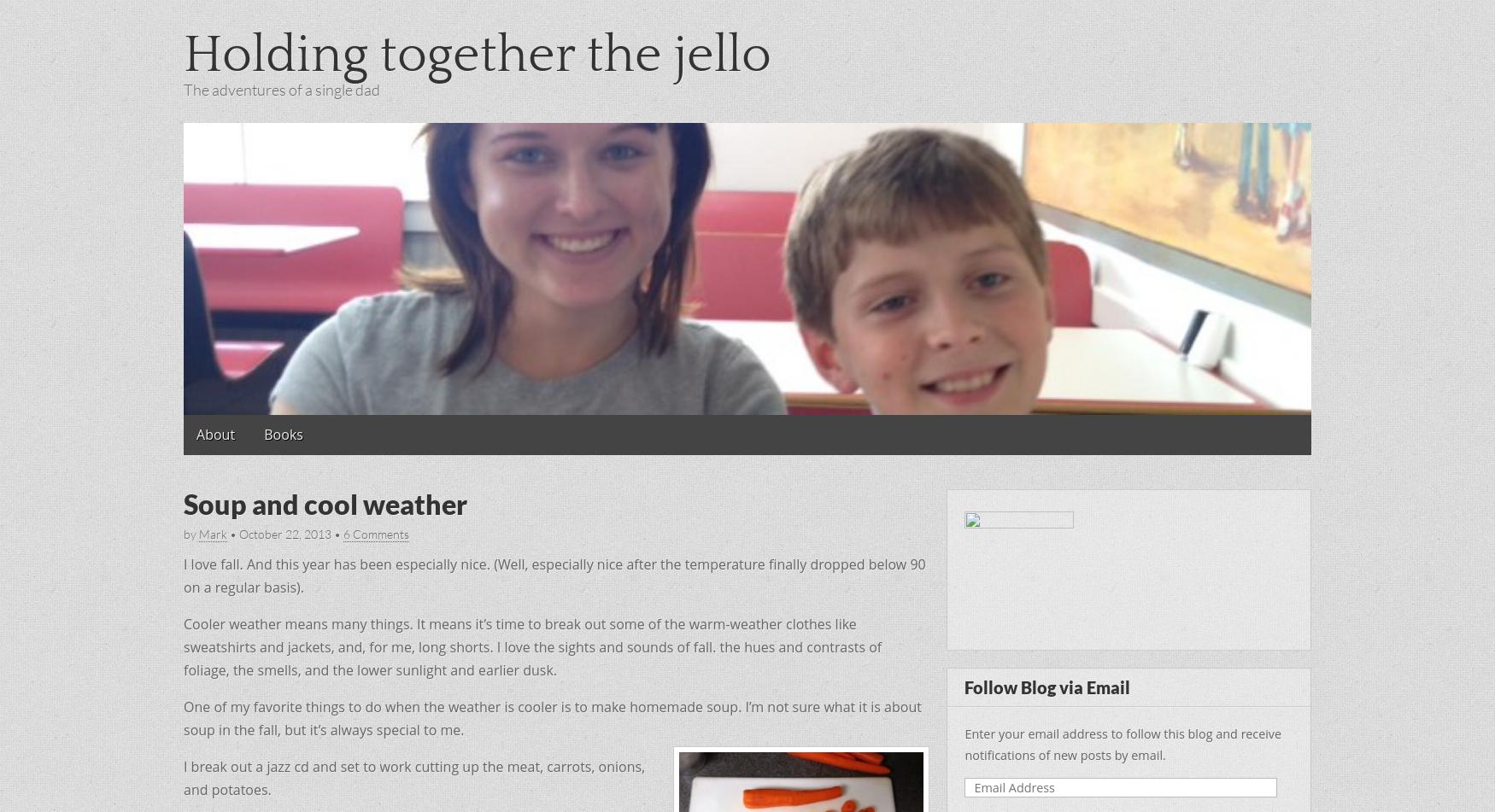 The image size is (1495, 812). I want to click on 'I love fall. And this year has been especially nice. (Well, especially nice after the temperature finally dropped below 90 on a regular basis).', so click(554, 575).